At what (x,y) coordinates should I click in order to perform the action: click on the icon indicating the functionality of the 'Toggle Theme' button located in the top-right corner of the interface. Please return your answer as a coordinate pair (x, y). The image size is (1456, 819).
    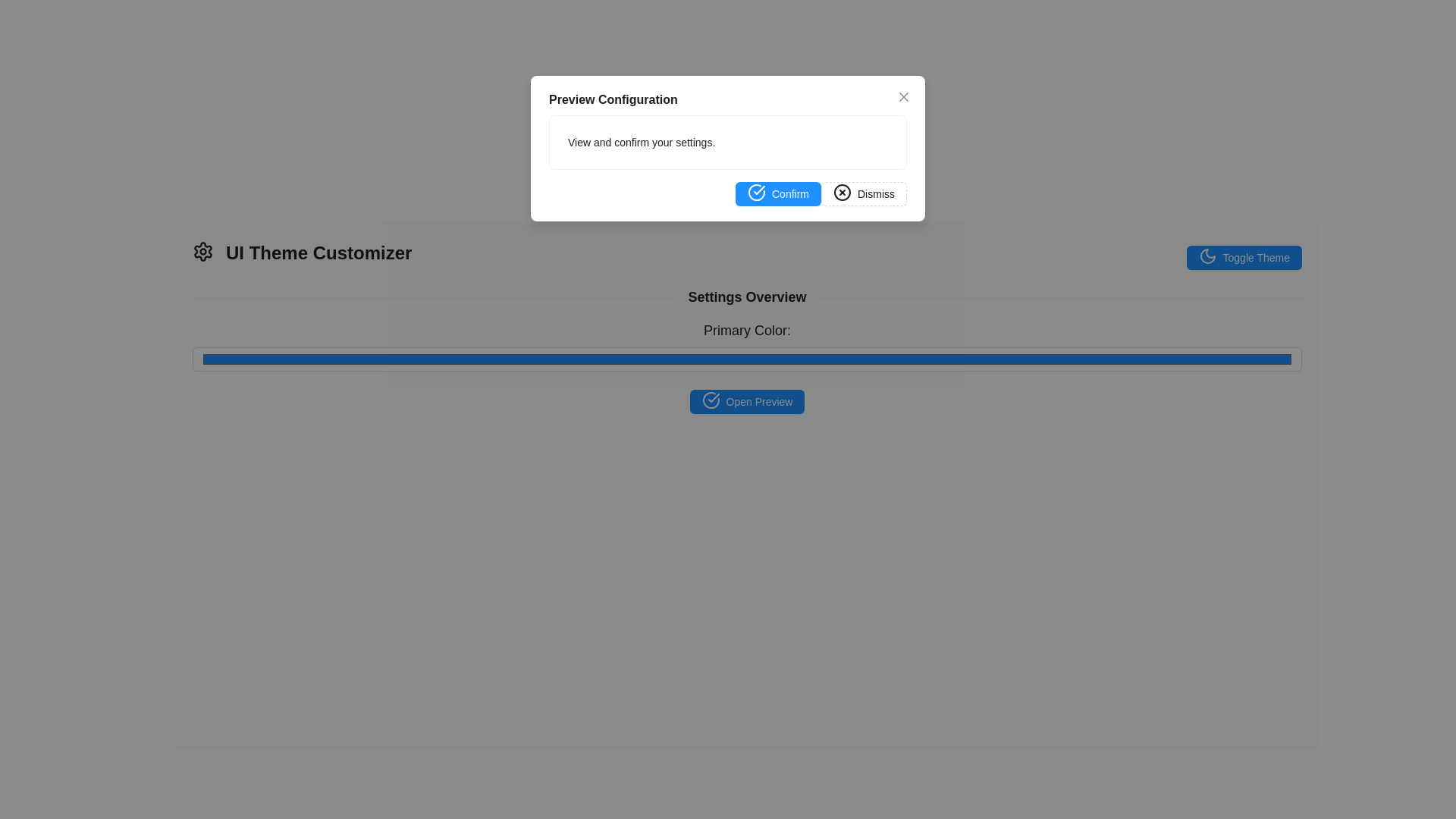
    Looking at the image, I should click on (1207, 256).